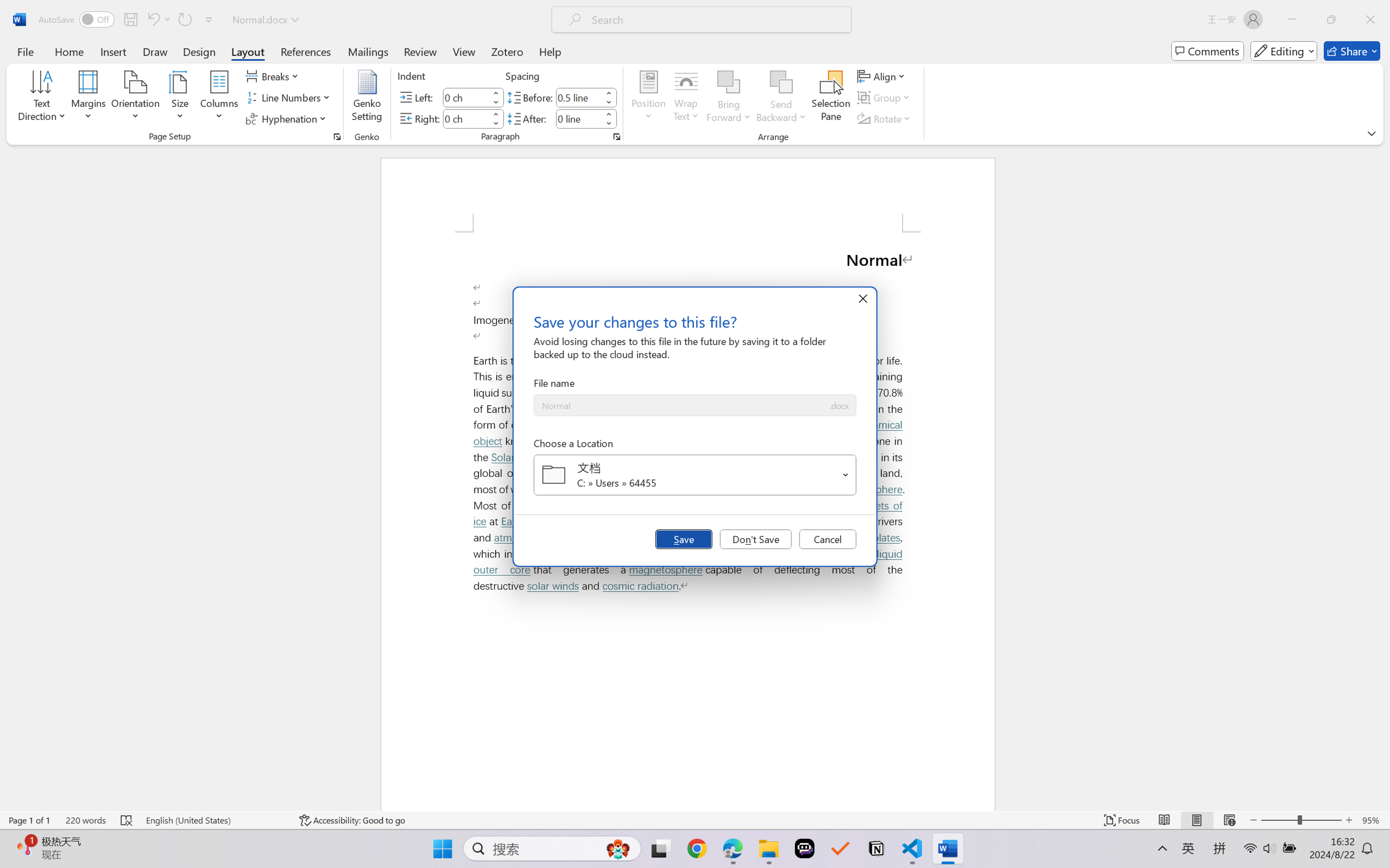 The height and width of the screenshot is (868, 1390). I want to click on 'cosmic radiation', so click(640, 586).